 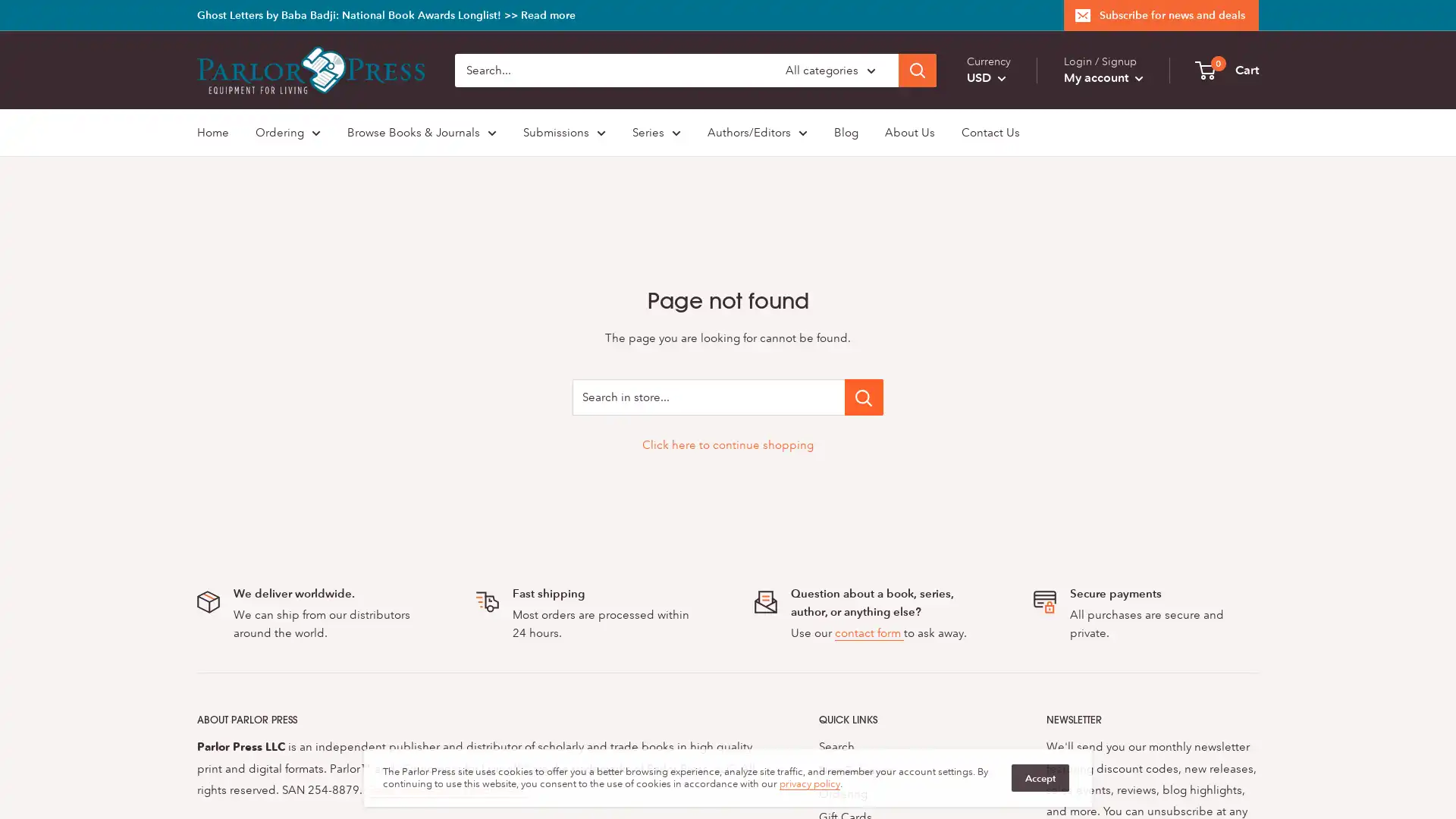 I want to click on Search, so click(x=916, y=70).